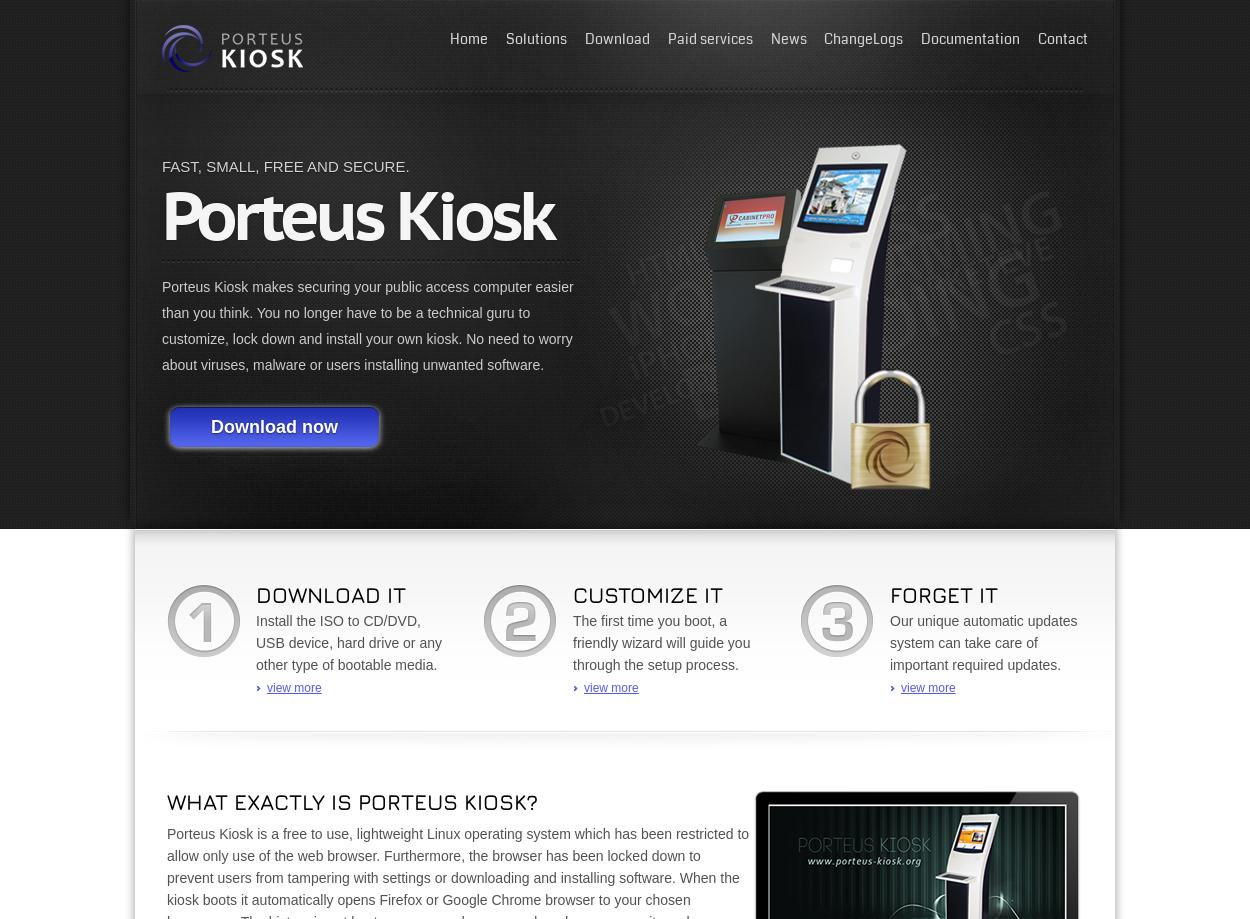 The width and height of the screenshot is (1250, 919). I want to click on 'Download now', so click(274, 426).